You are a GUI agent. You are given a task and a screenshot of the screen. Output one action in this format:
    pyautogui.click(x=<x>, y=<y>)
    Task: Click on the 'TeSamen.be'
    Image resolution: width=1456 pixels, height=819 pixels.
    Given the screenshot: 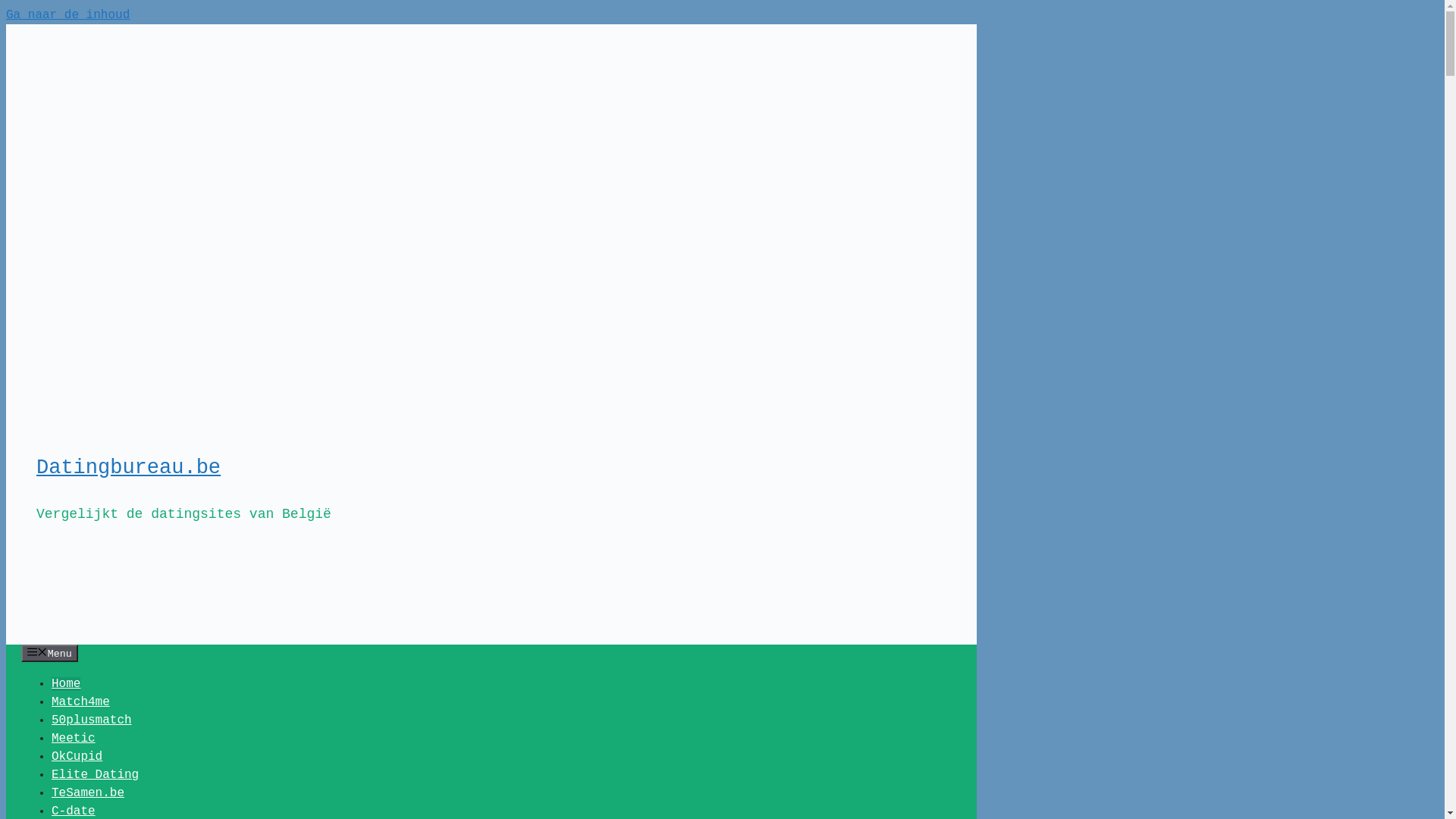 What is the action you would take?
    pyautogui.click(x=86, y=792)
    